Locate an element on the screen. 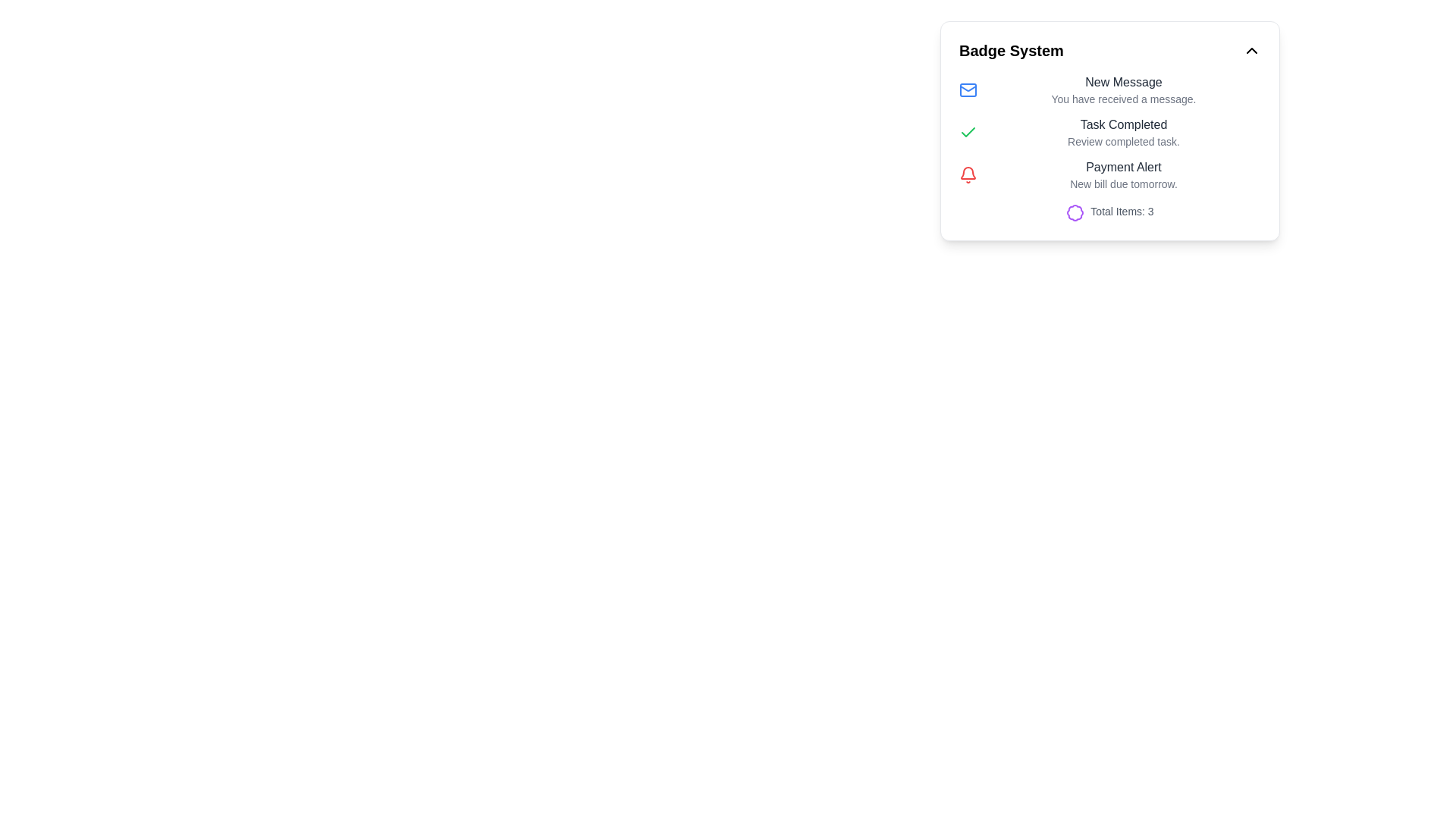 The height and width of the screenshot is (819, 1456). the lower triangular line of the envelope icon indicating a 'New Message' notification within the 'Badge System' card is located at coordinates (967, 87).